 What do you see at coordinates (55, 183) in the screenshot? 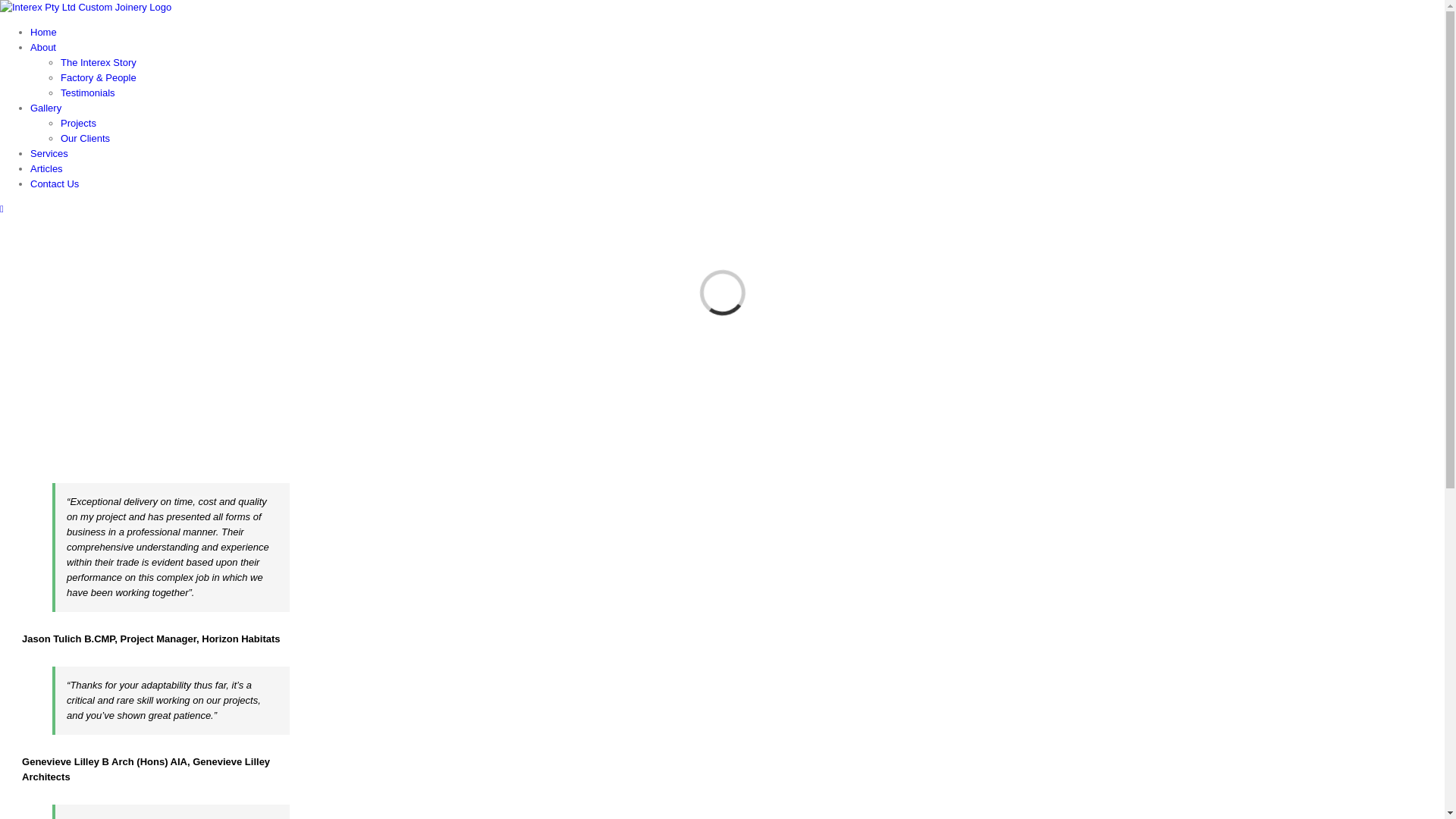
I see `'Contact Us'` at bounding box center [55, 183].